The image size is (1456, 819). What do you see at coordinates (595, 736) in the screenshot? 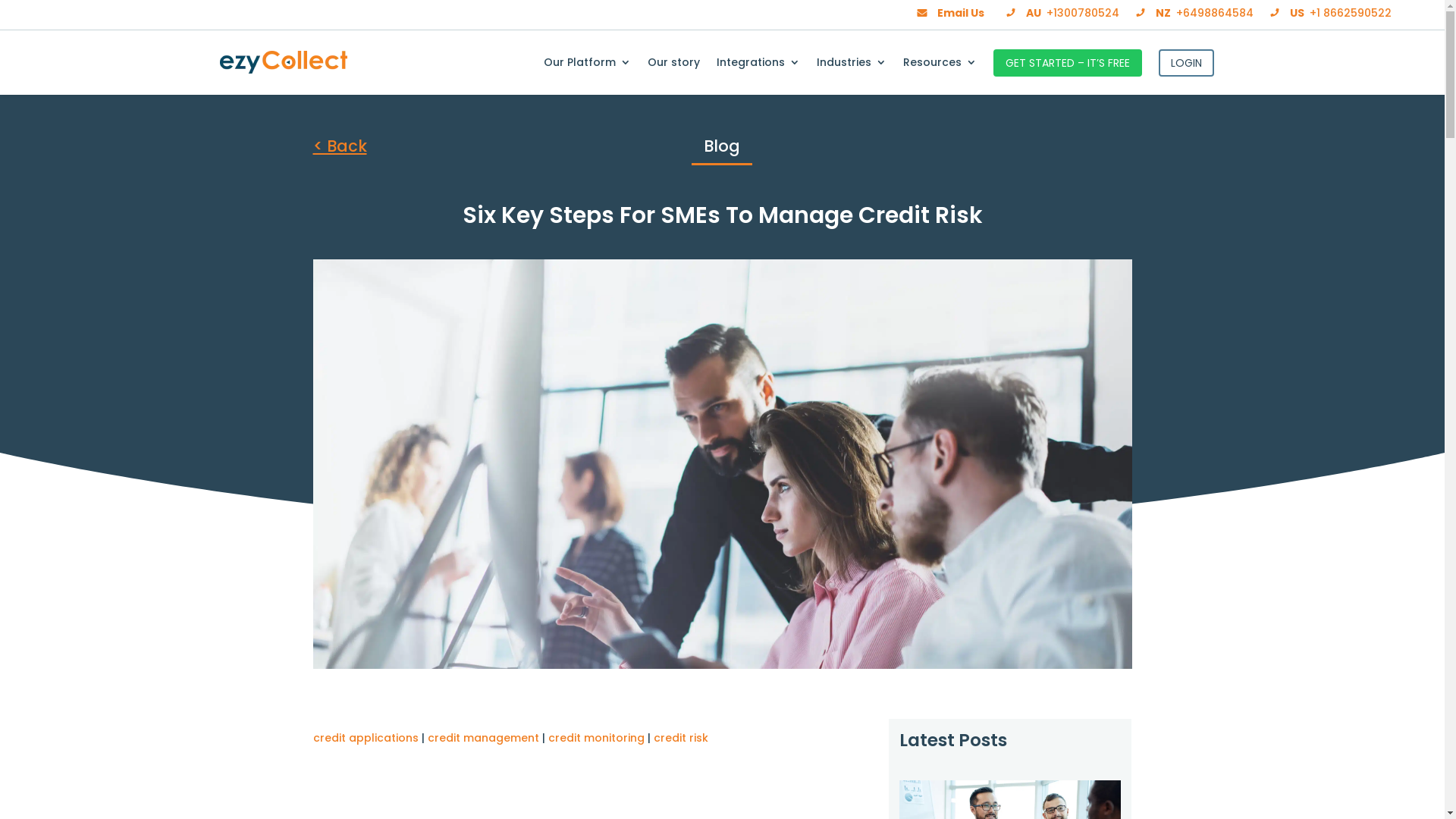
I see `'credit monitoring'` at bounding box center [595, 736].